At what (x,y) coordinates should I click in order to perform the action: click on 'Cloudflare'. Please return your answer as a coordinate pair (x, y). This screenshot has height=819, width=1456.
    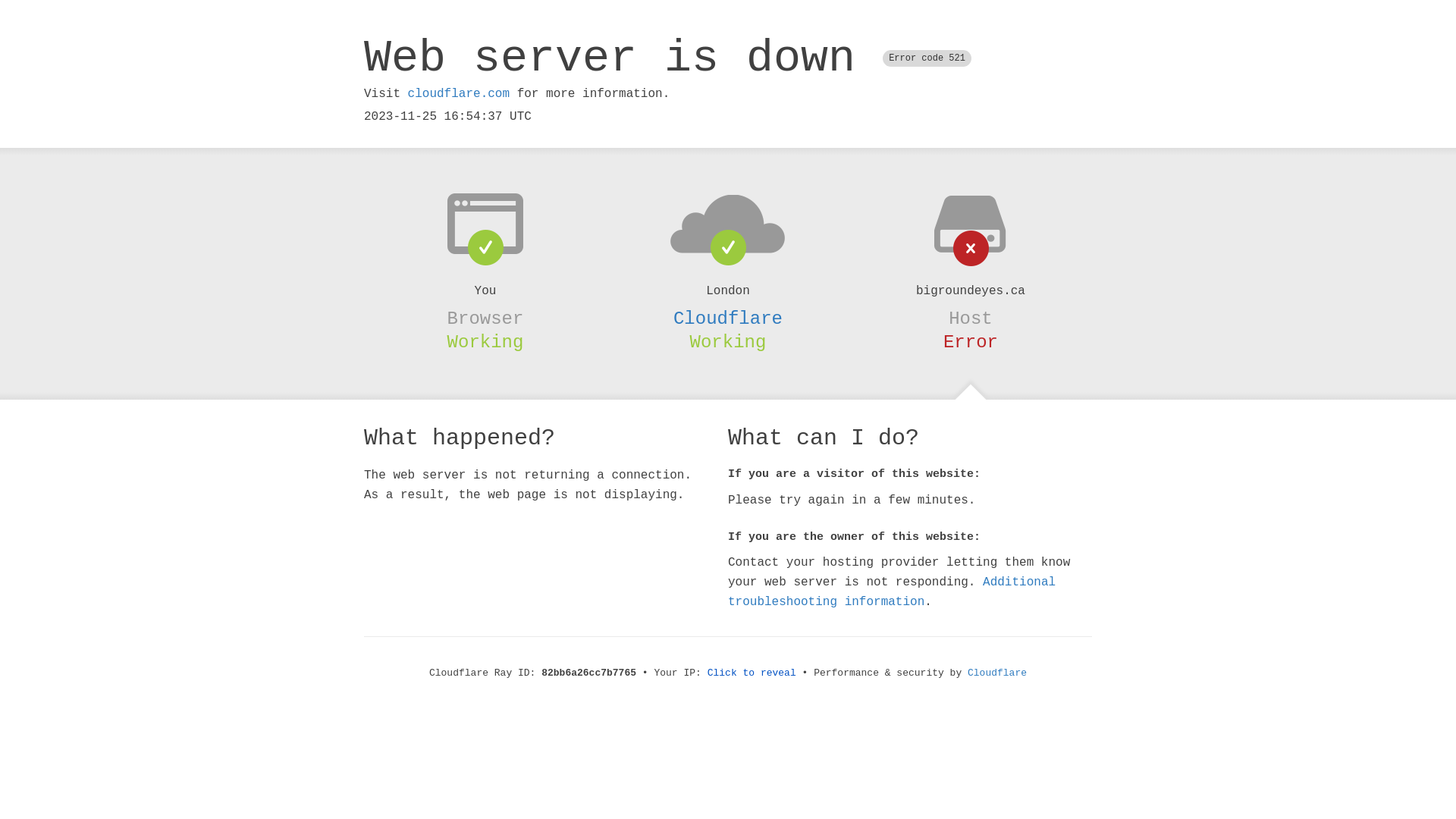
    Looking at the image, I should click on (728, 318).